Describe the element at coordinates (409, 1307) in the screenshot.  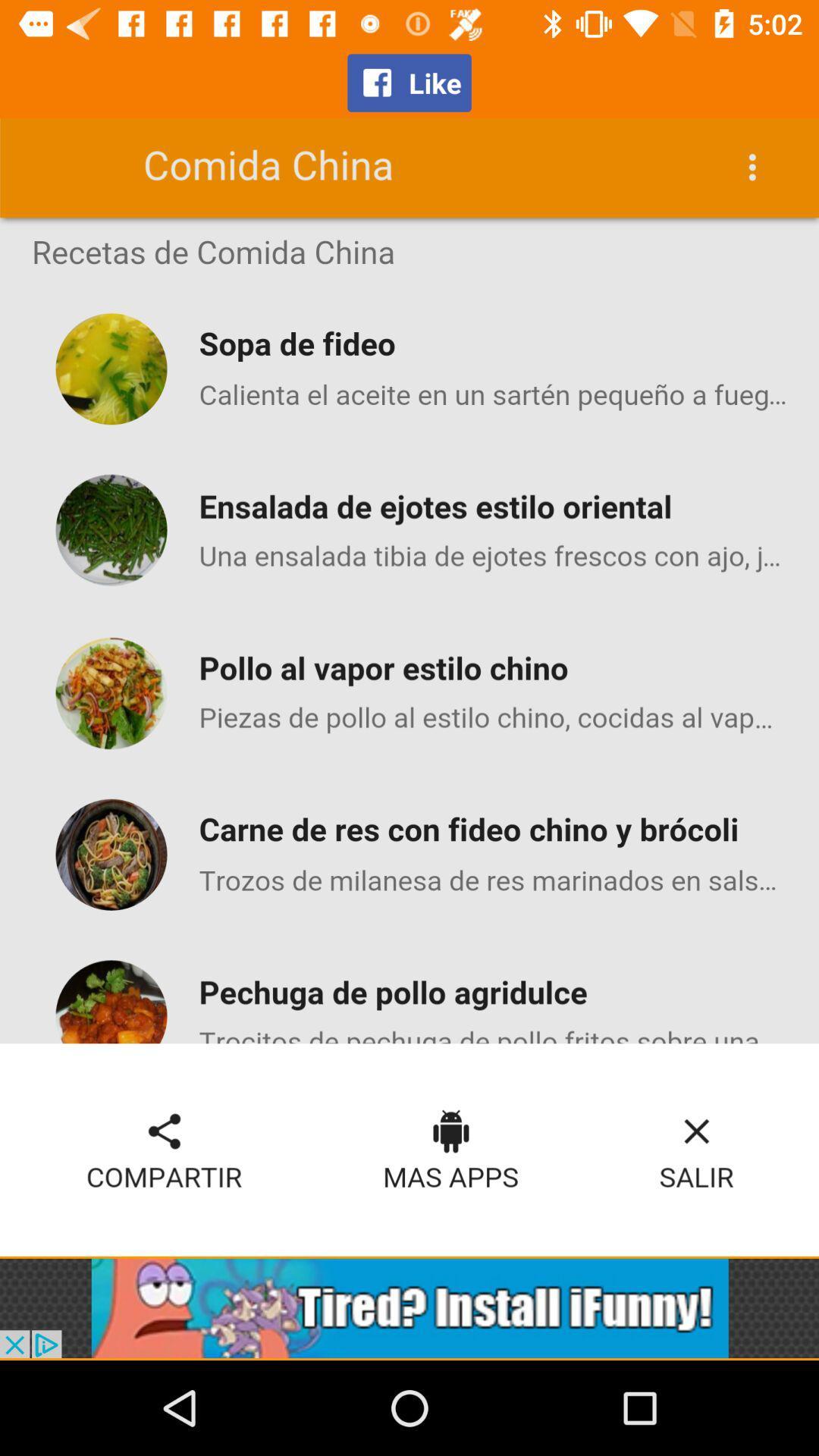
I see `try this app` at that location.